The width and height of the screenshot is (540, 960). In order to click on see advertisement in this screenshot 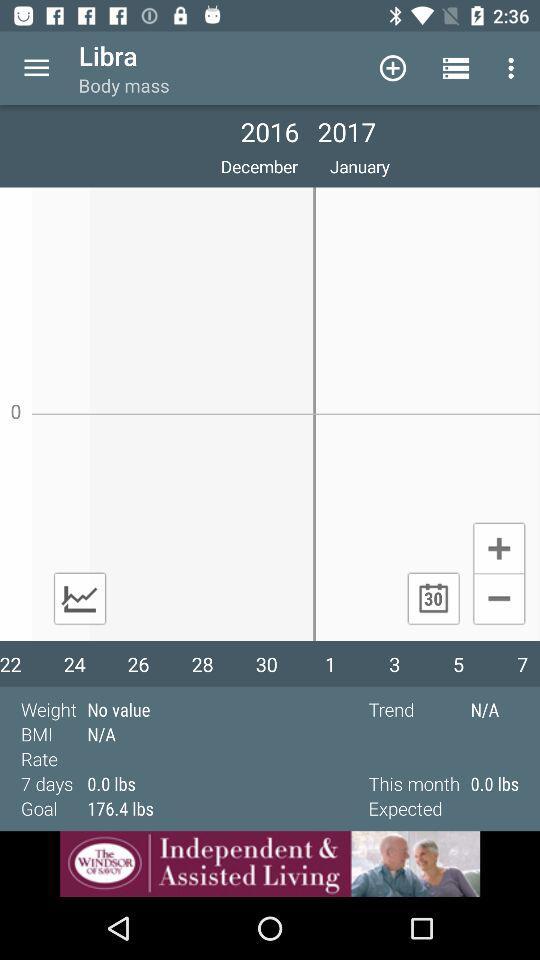, I will do `click(270, 863)`.